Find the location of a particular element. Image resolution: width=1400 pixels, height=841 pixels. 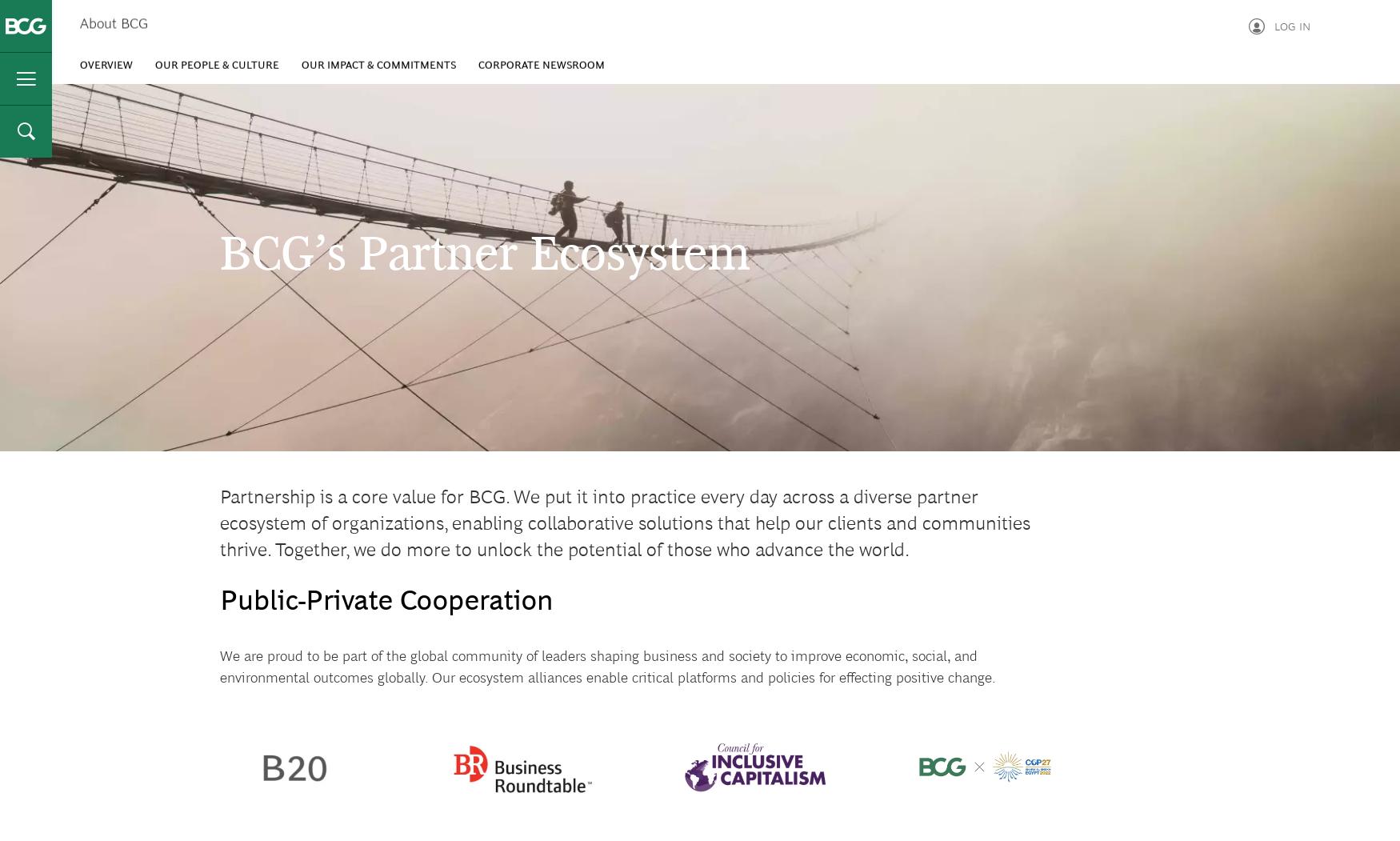

'Our Impact & Commitments' is located at coordinates (378, 72).